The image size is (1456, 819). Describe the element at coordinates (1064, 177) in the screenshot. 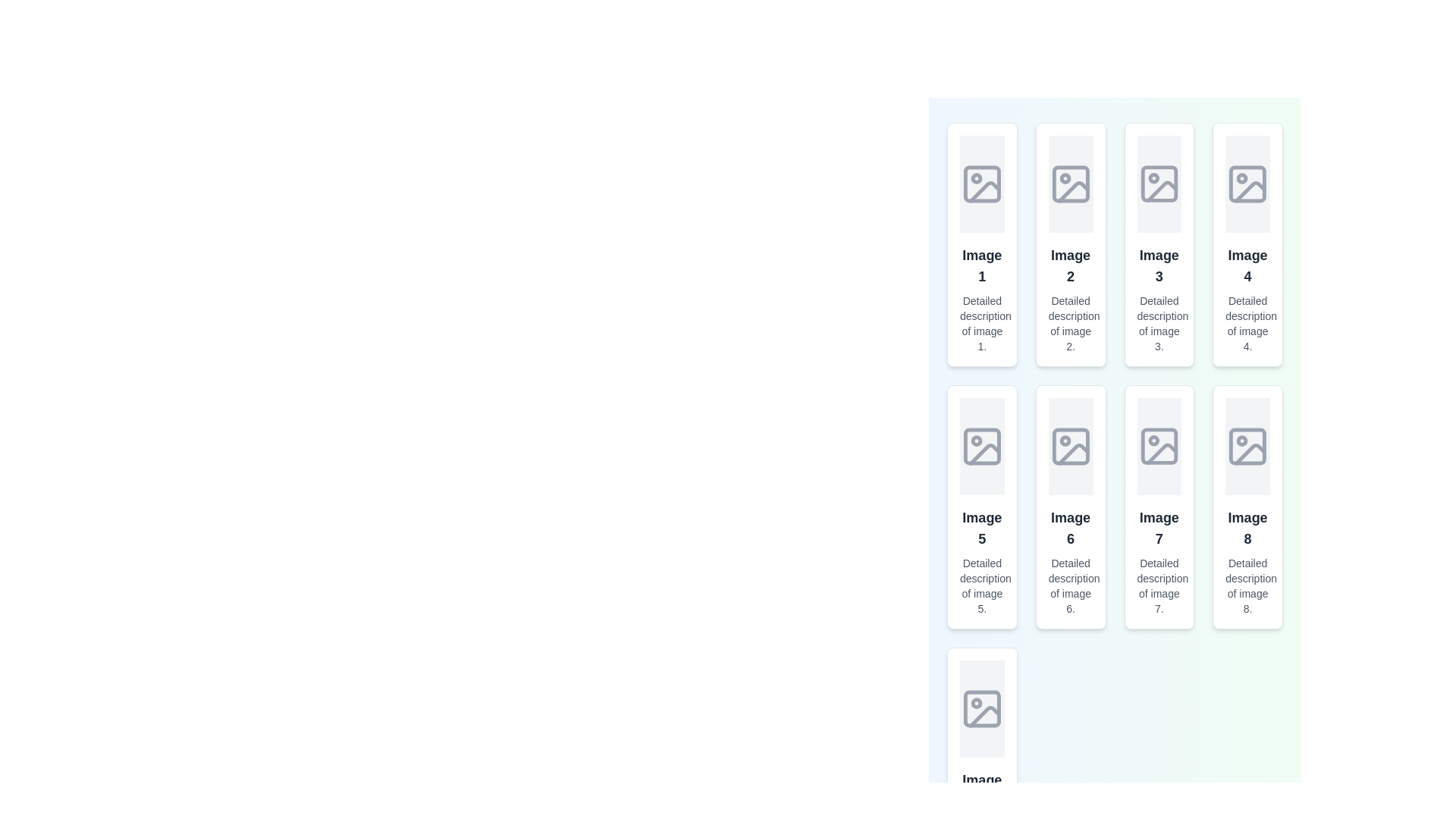

I see `the small circular SVG element located inside the second placeholder image icon in the top row of the image grid` at that location.